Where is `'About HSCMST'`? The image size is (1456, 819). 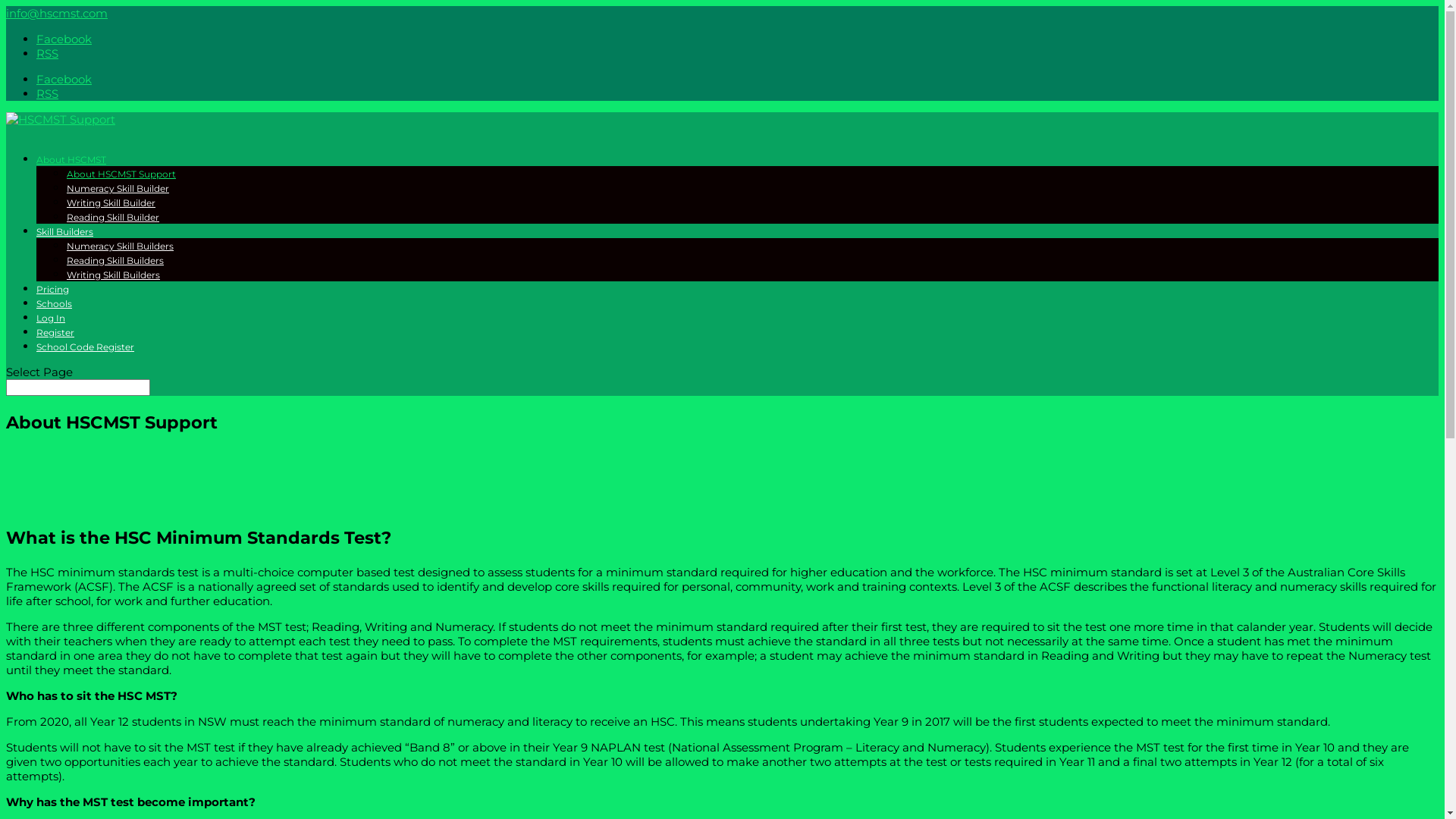 'About HSCMST' is located at coordinates (71, 166).